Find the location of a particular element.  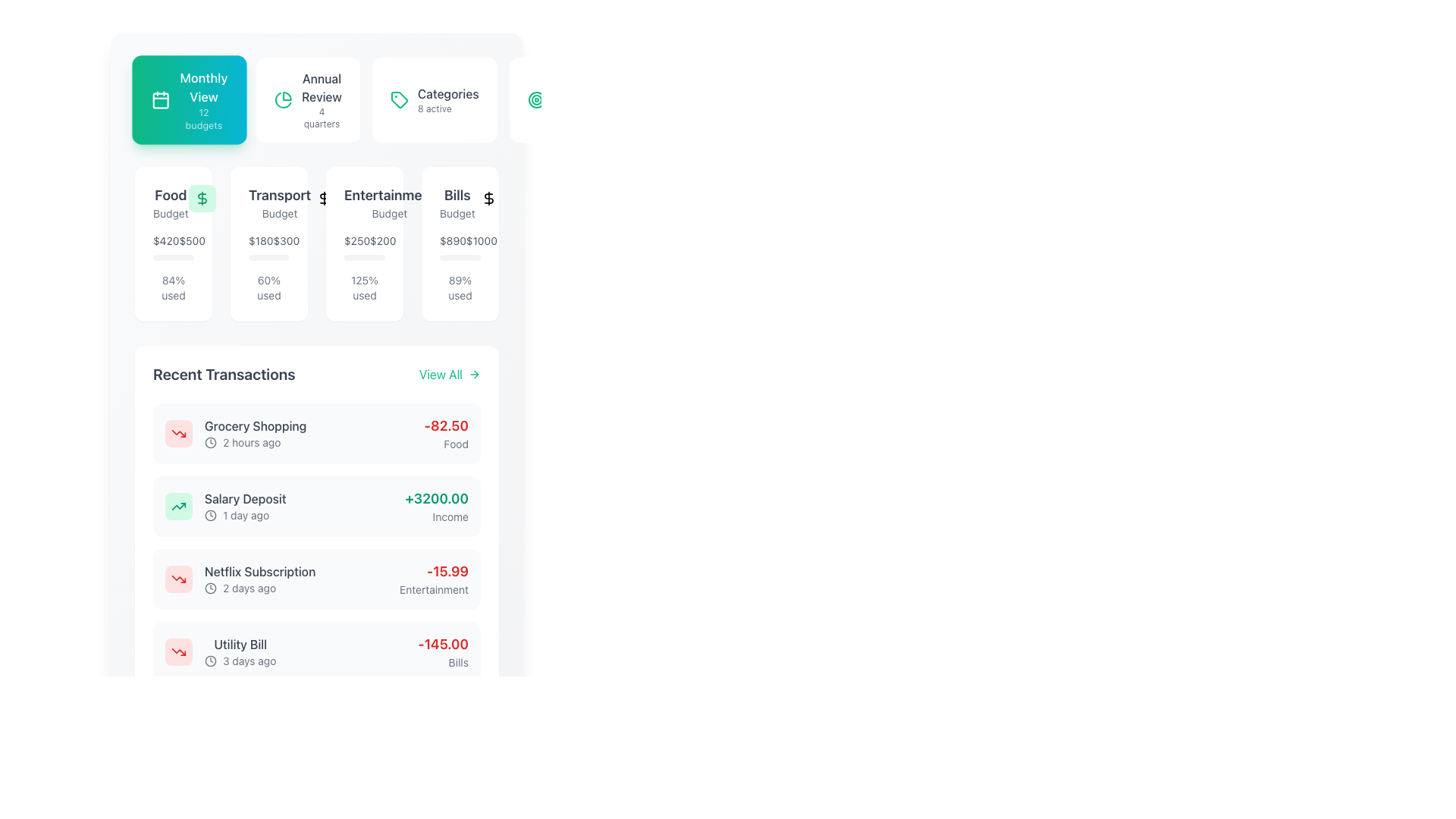

the textual element displaying financial information ('$890' and '$1000') located within the 'Bills' budget category card, positioned above the horizontal progress bar is located at coordinates (459, 240).